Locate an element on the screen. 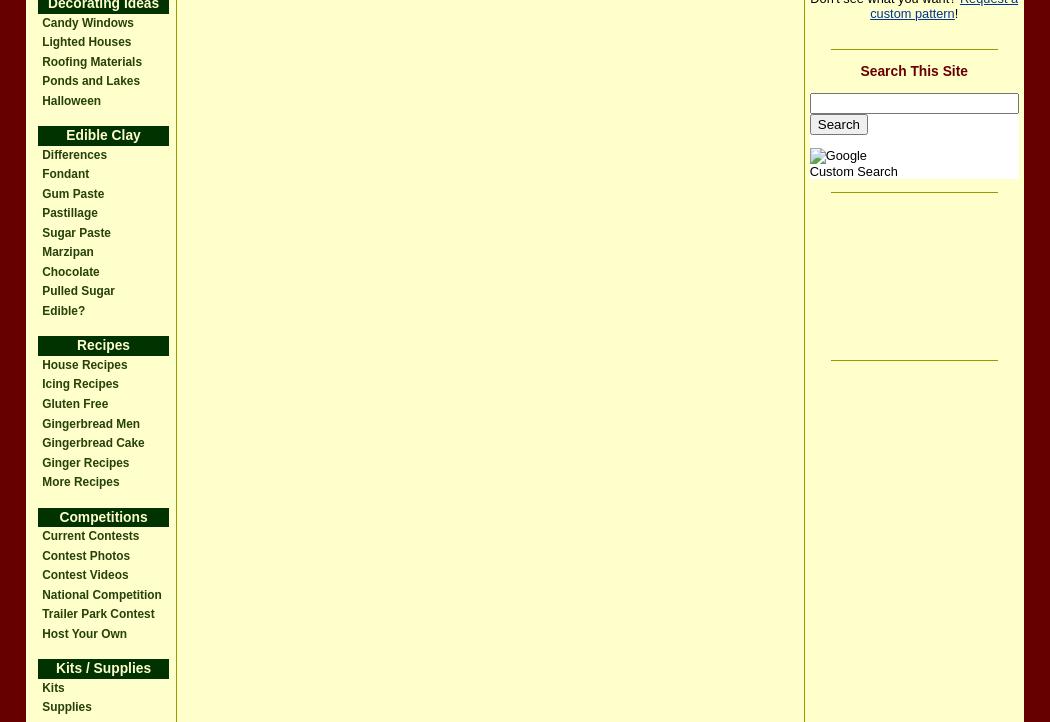 This screenshot has width=1050, height=722. 'Kits' is located at coordinates (52, 685).